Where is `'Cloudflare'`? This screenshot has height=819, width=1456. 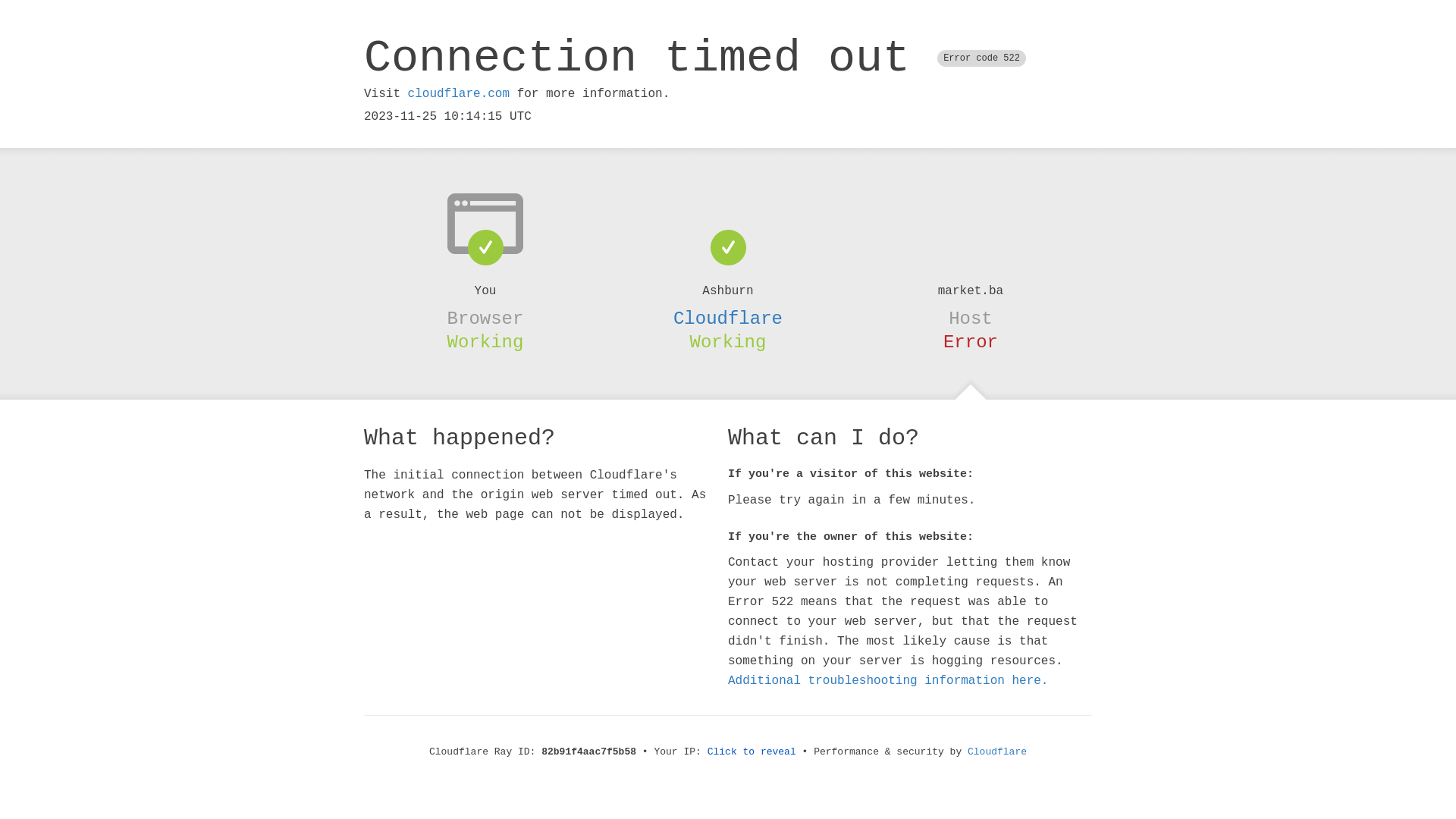
'Cloudflare' is located at coordinates (673, 318).